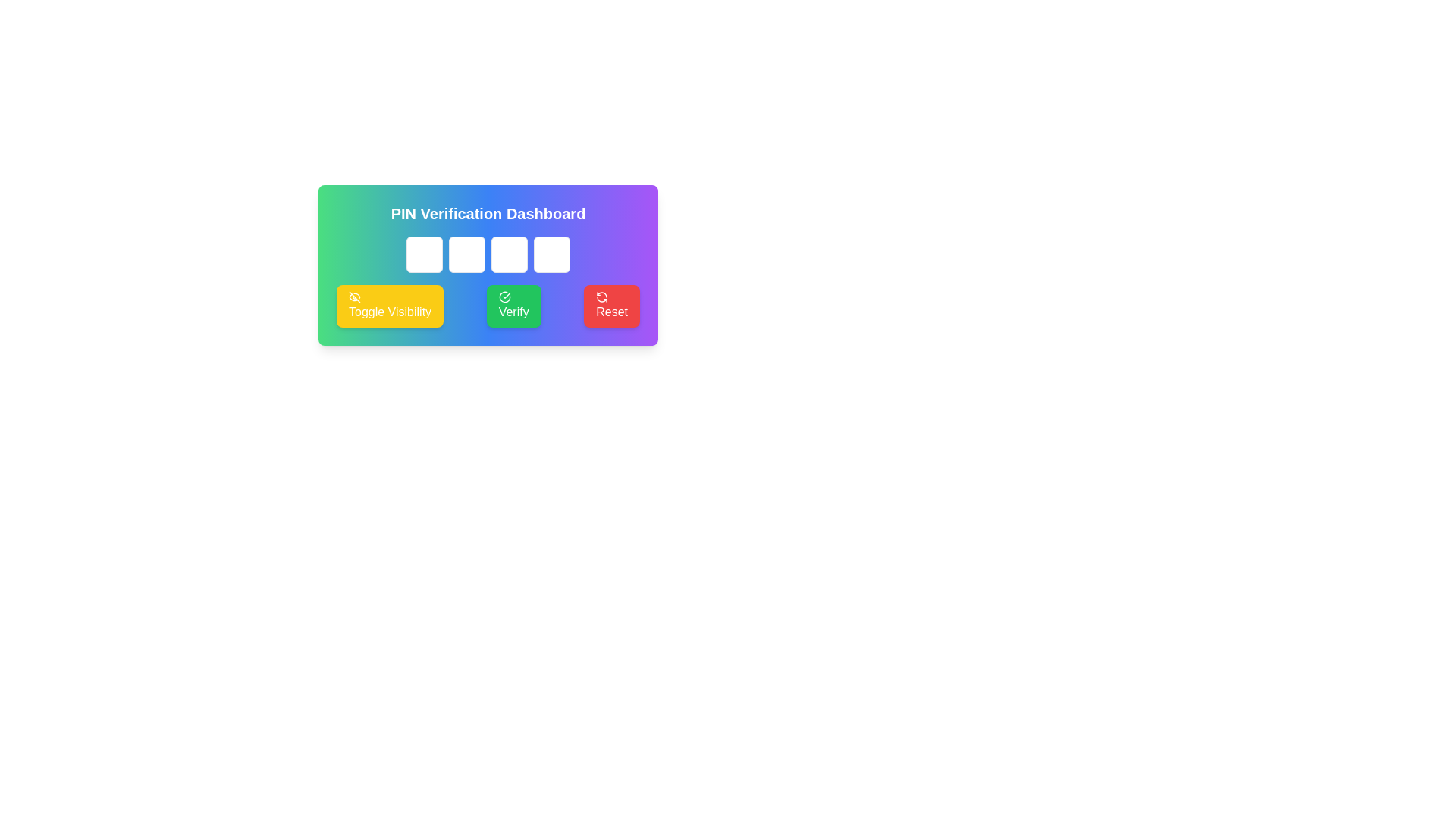  Describe the element at coordinates (513, 306) in the screenshot. I see `the 'Verify' button, which is a green rectangular button with a checkmark icon above the text 'Verify', located in the middle of three horizontally aligned buttons` at that location.